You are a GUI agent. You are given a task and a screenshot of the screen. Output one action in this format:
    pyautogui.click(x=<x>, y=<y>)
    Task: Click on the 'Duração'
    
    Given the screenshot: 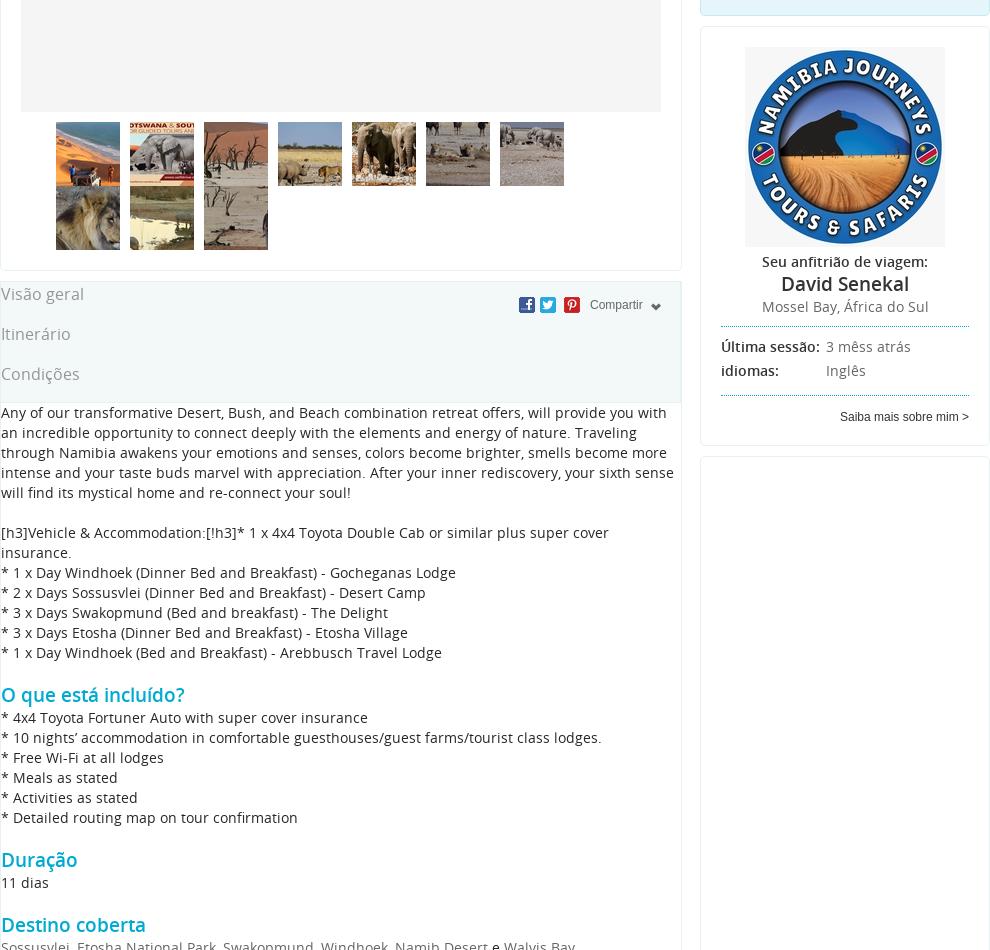 What is the action you would take?
    pyautogui.click(x=0, y=859)
    